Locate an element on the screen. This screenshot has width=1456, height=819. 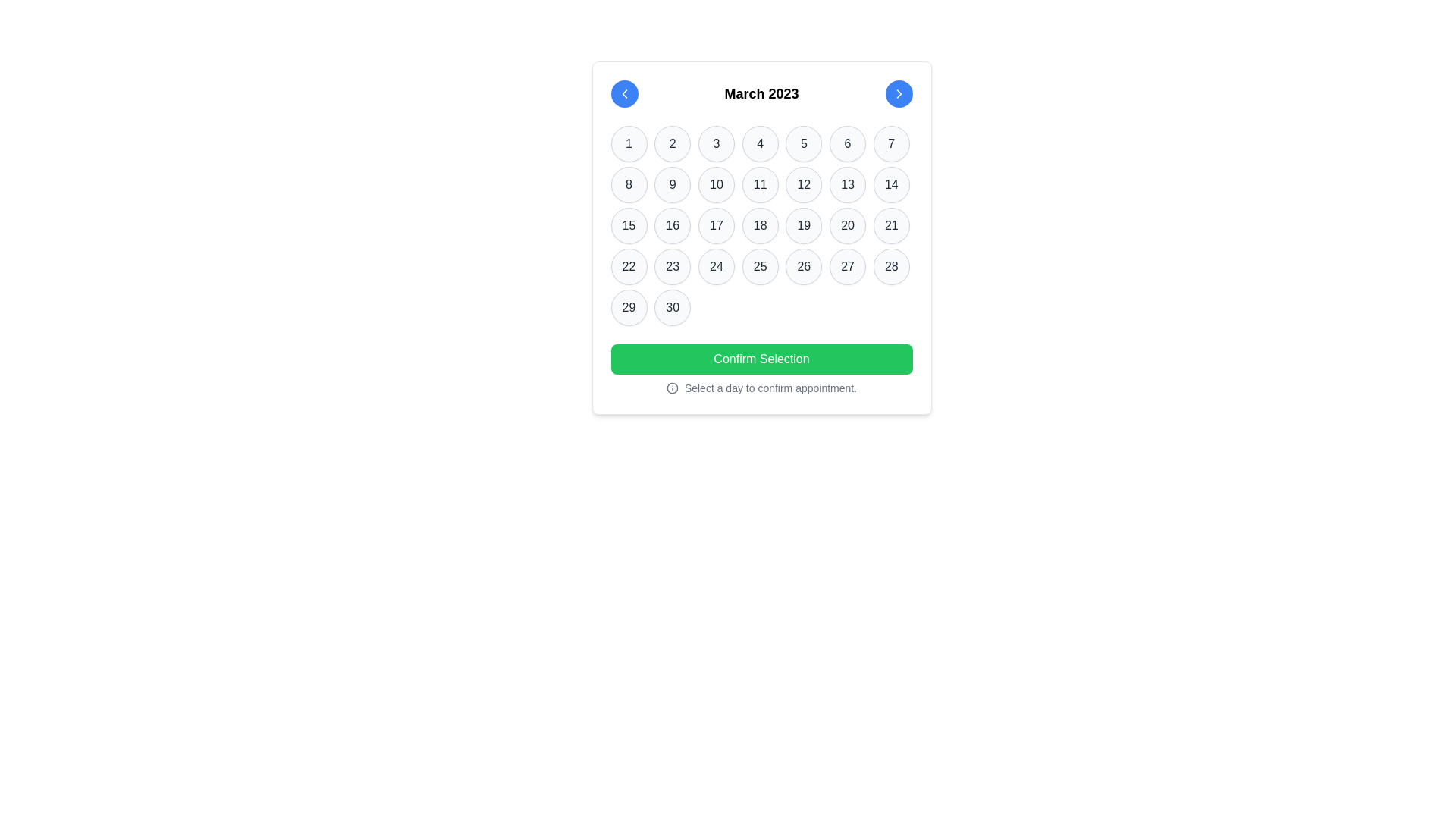
the next month navigation button in the calendar view by is located at coordinates (899, 93).